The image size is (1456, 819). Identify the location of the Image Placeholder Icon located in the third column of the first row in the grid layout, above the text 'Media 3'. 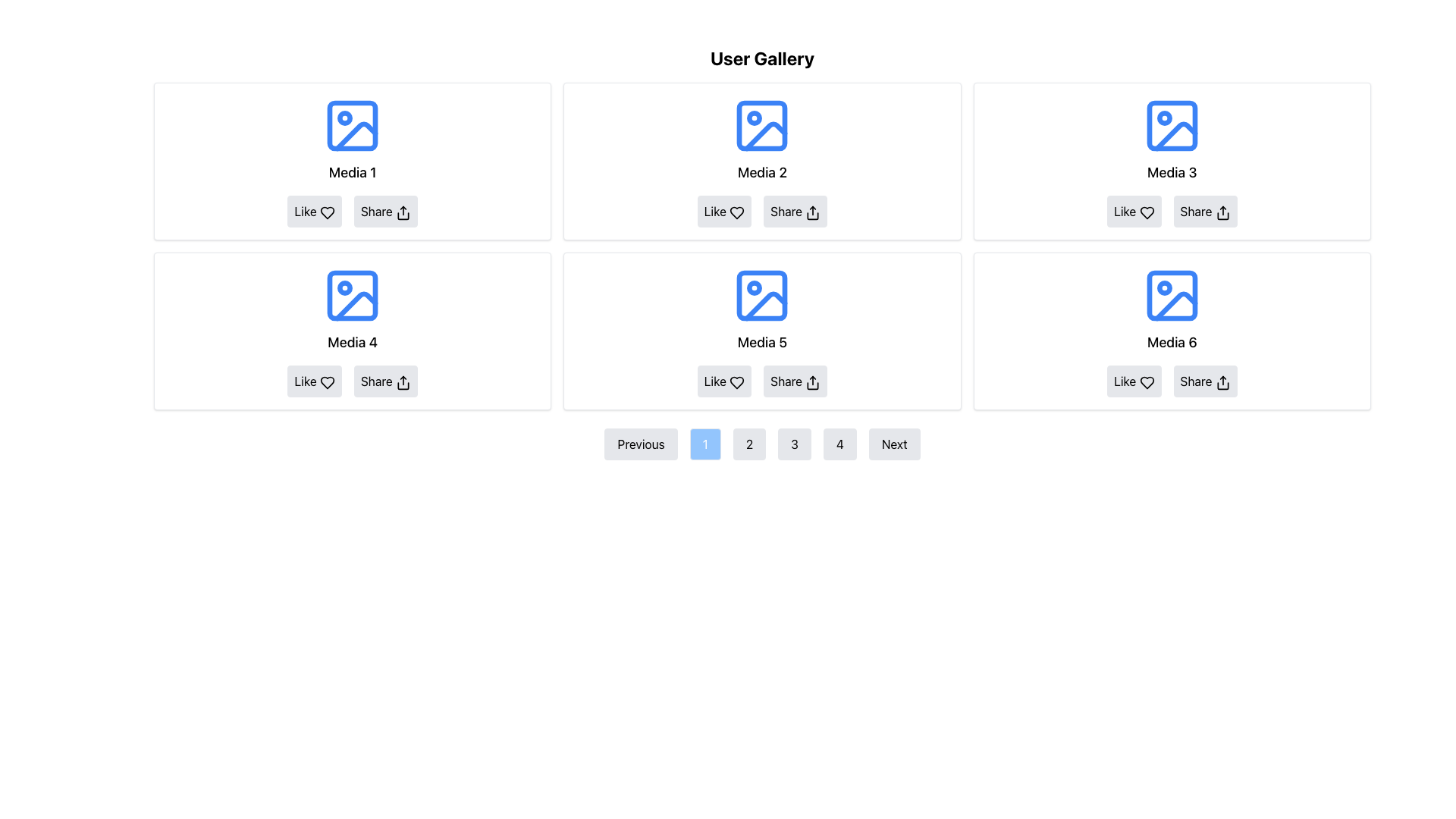
(1171, 124).